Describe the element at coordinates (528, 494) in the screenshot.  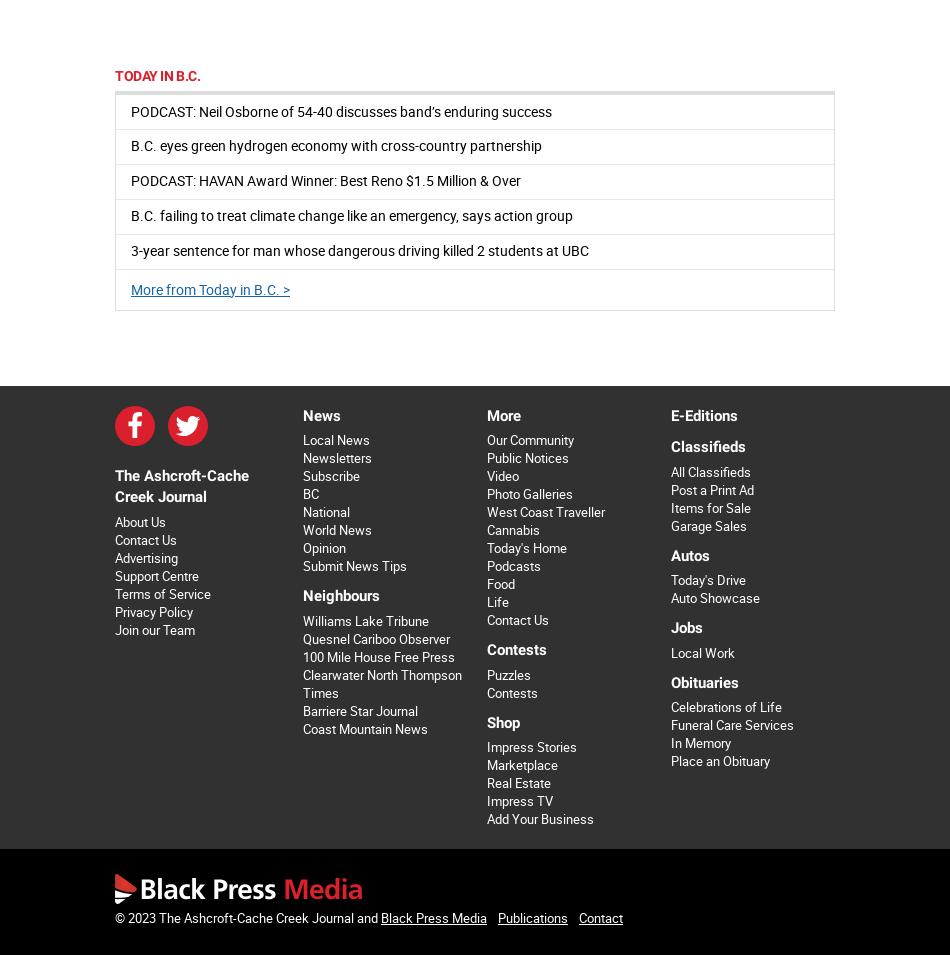
I see `'Photo Galleries'` at that location.